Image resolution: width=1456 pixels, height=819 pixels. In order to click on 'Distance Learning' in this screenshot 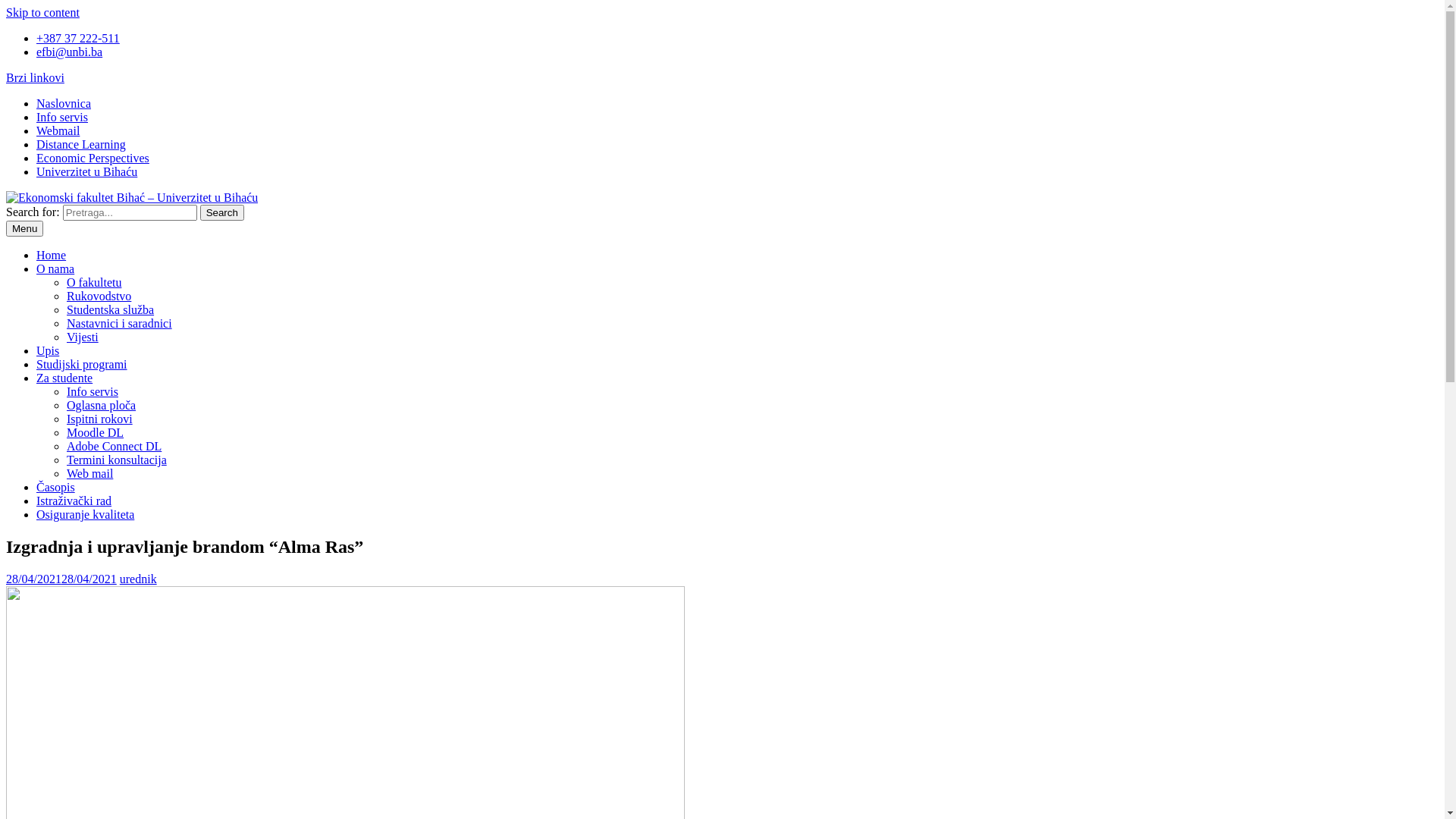, I will do `click(80, 144)`.